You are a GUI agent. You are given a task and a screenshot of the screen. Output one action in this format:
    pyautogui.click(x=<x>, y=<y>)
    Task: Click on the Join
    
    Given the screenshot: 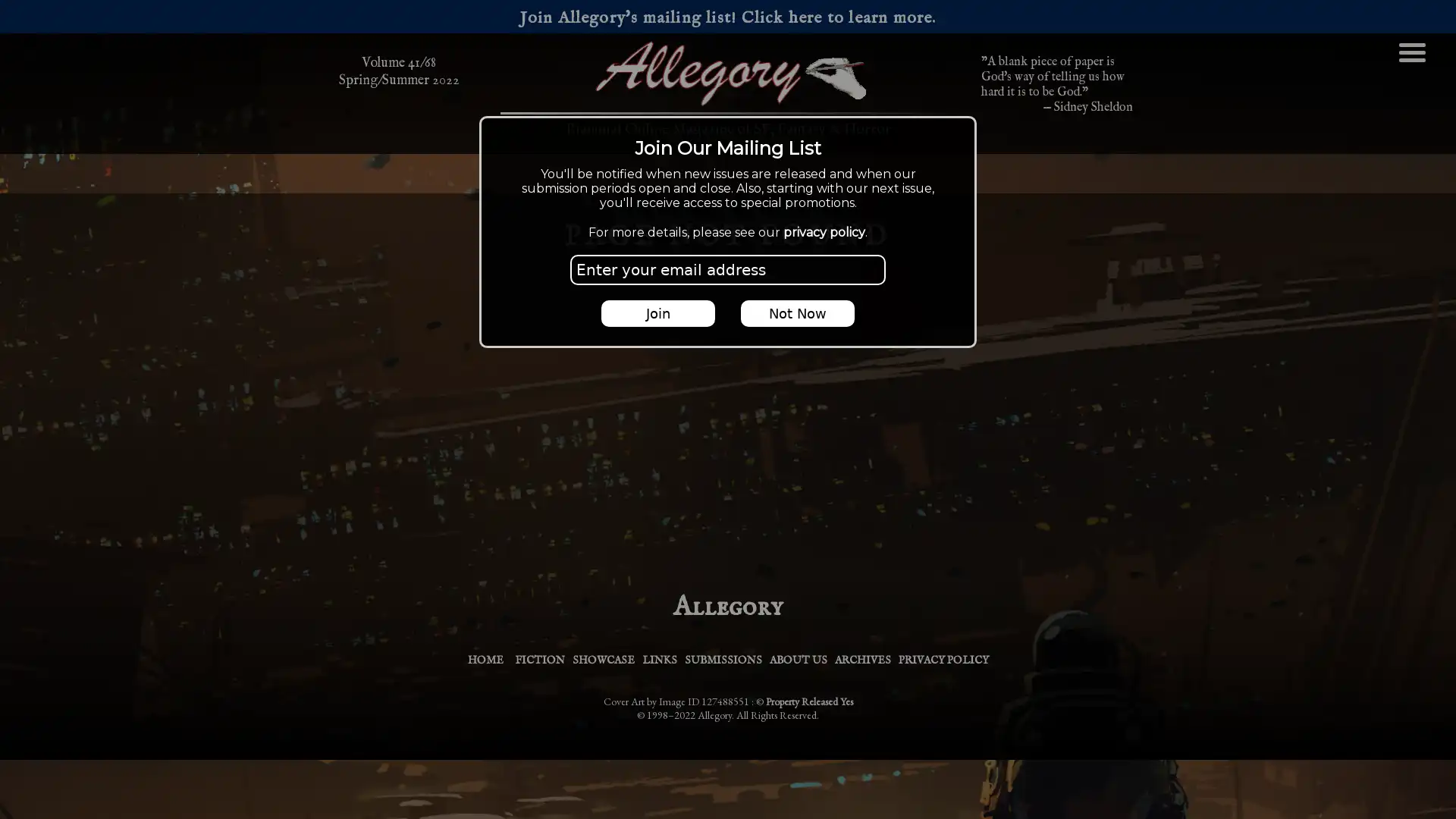 What is the action you would take?
    pyautogui.click(x=658, y=312)
    